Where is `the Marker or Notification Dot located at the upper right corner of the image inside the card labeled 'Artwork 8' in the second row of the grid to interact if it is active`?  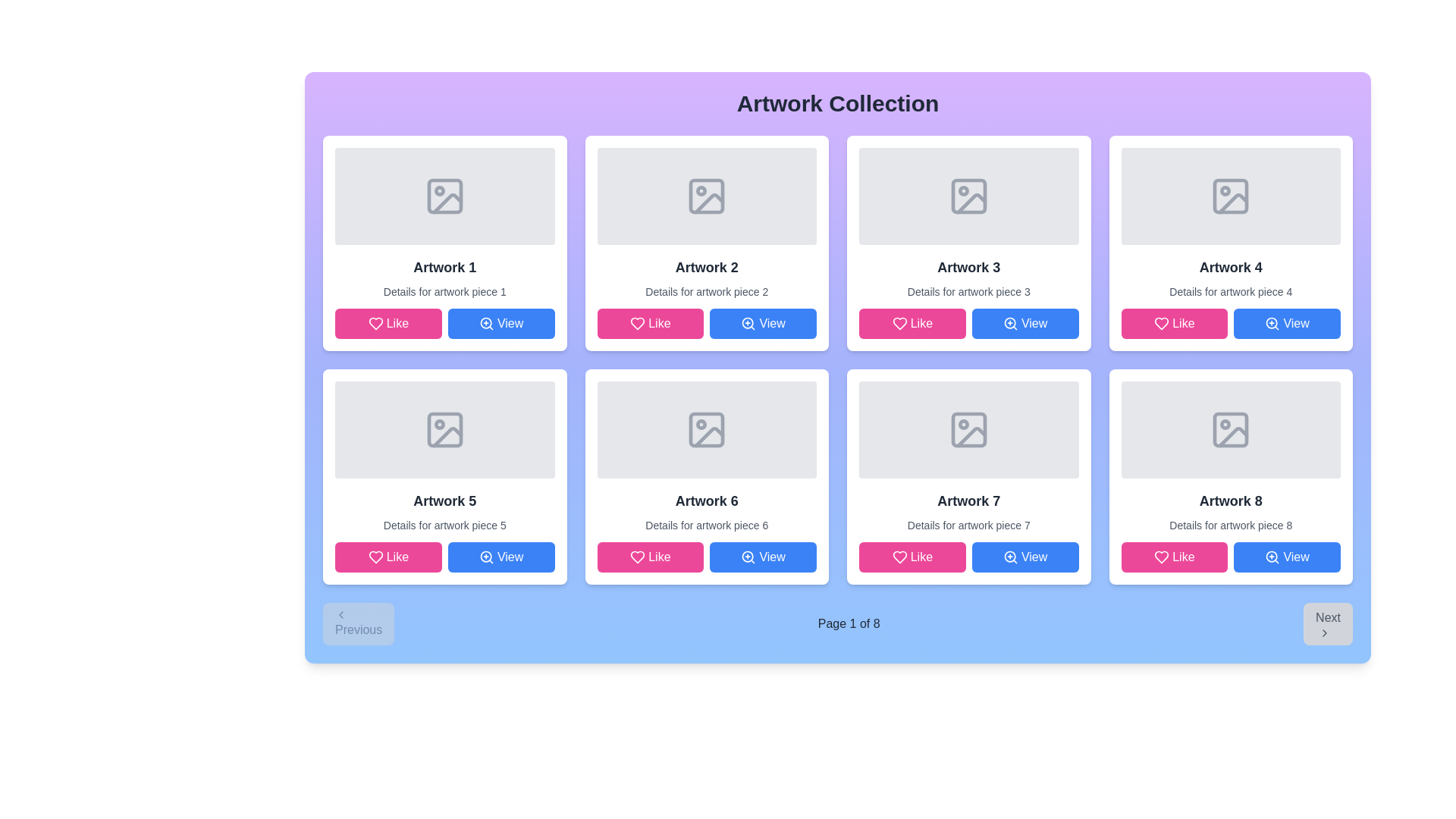
the Marker or Notification Dot located at the upper right corner of the image inside the card labeled 'Artwork 8' in the second row of the grid to interact if it is active is located at coordinates (1225, 424).